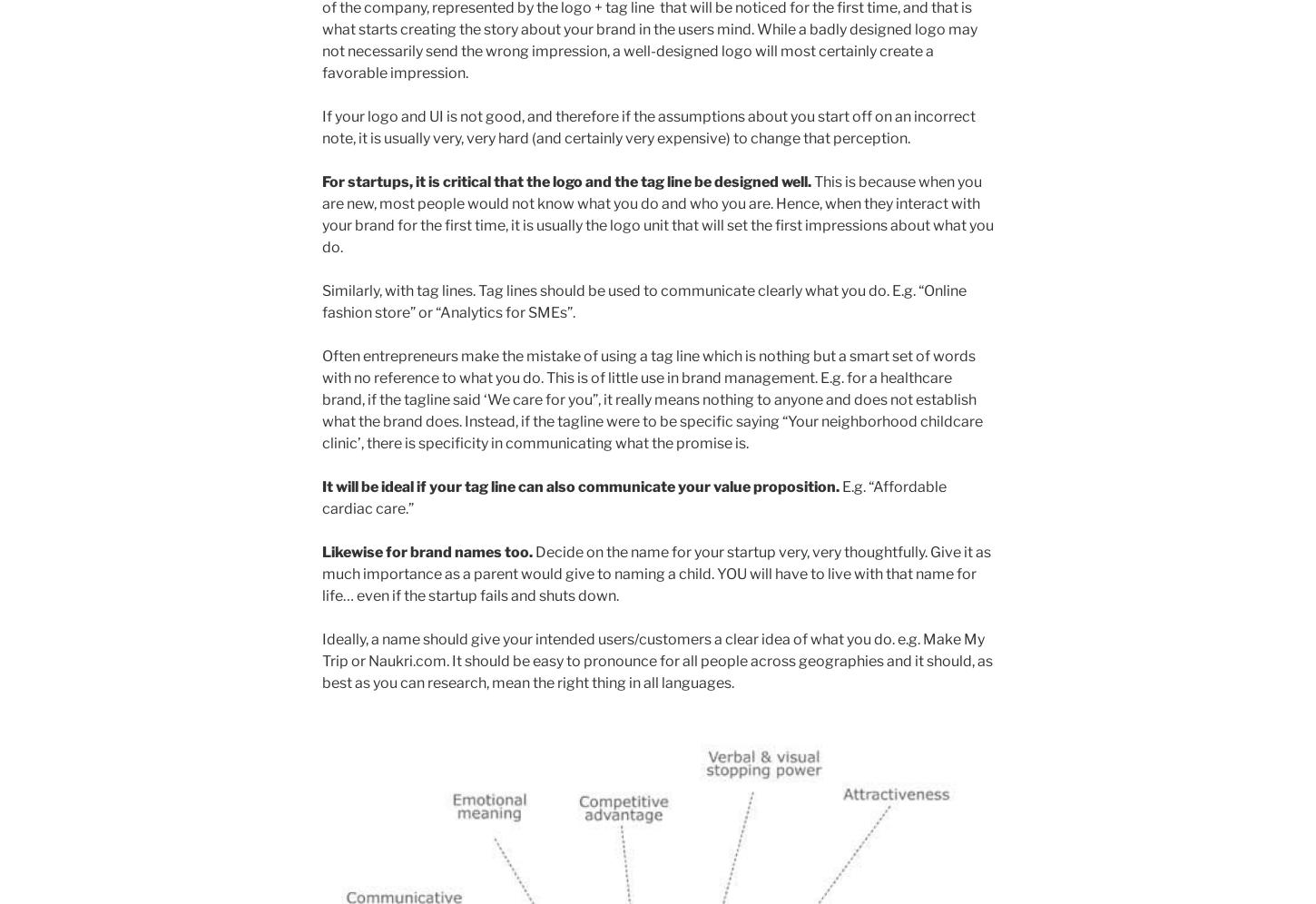  What do you see at coordinates (655, 572) in the screenshot?
I see `'Decide on the name for your startup very, very thoughtfully. Give it as much importance as a parent would give to naming a child. YOU will have to live with that name for life… even if the startup fails and shuts down.'` at bounding box center [655, 572].